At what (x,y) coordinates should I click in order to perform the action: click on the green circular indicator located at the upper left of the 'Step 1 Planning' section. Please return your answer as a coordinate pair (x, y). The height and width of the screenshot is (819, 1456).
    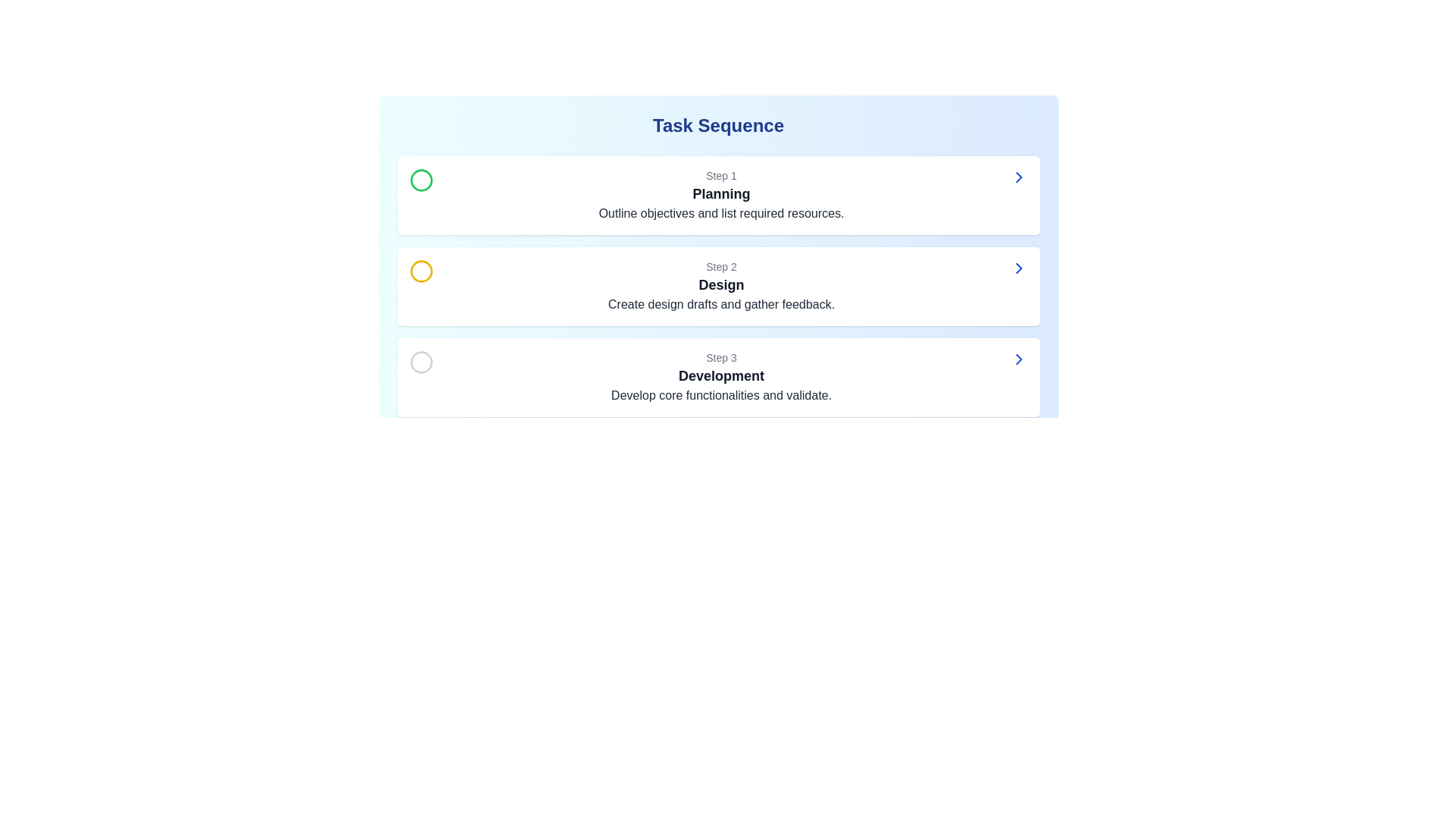
    Looking at the image, I should click on (421, 180).